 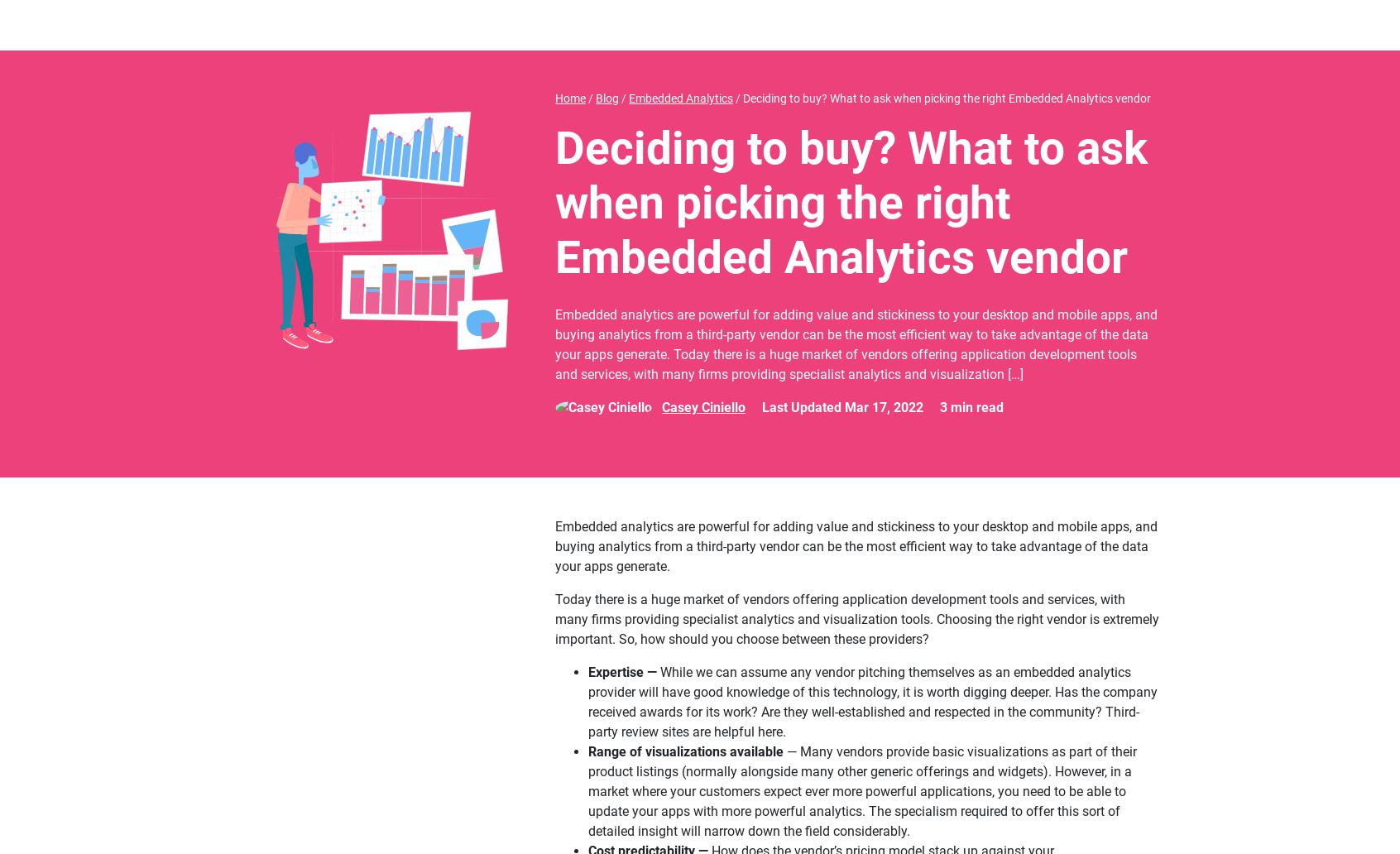 I want to click on 'Resources', so click(x=693, y=25).